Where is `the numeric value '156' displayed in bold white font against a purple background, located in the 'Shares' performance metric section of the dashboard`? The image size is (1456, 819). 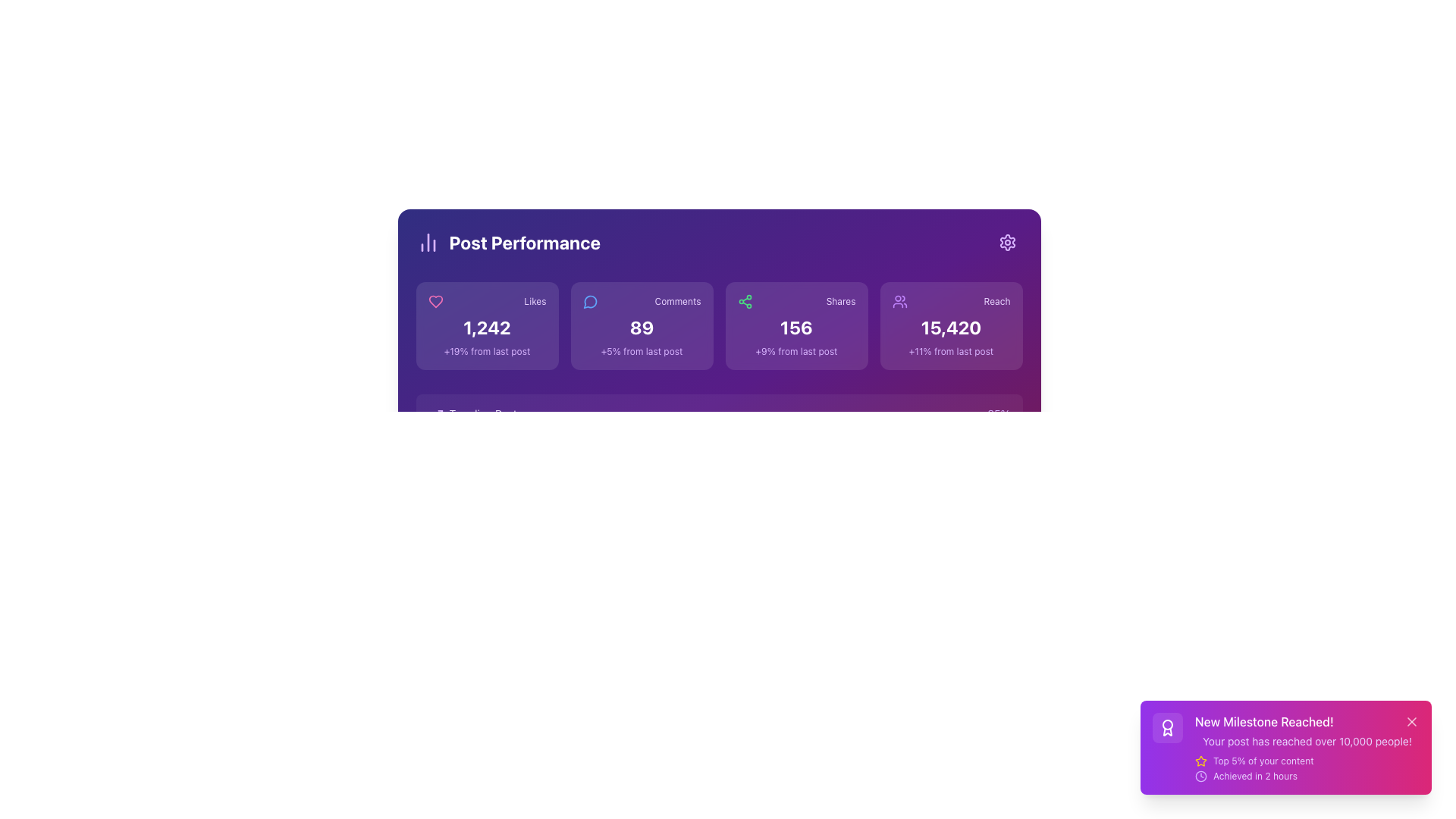
the numeric value '156' displayed in bold white font against a purple background, located in the 'Shares' performance metric section of the dashboard is located at coordinates (795, 327).